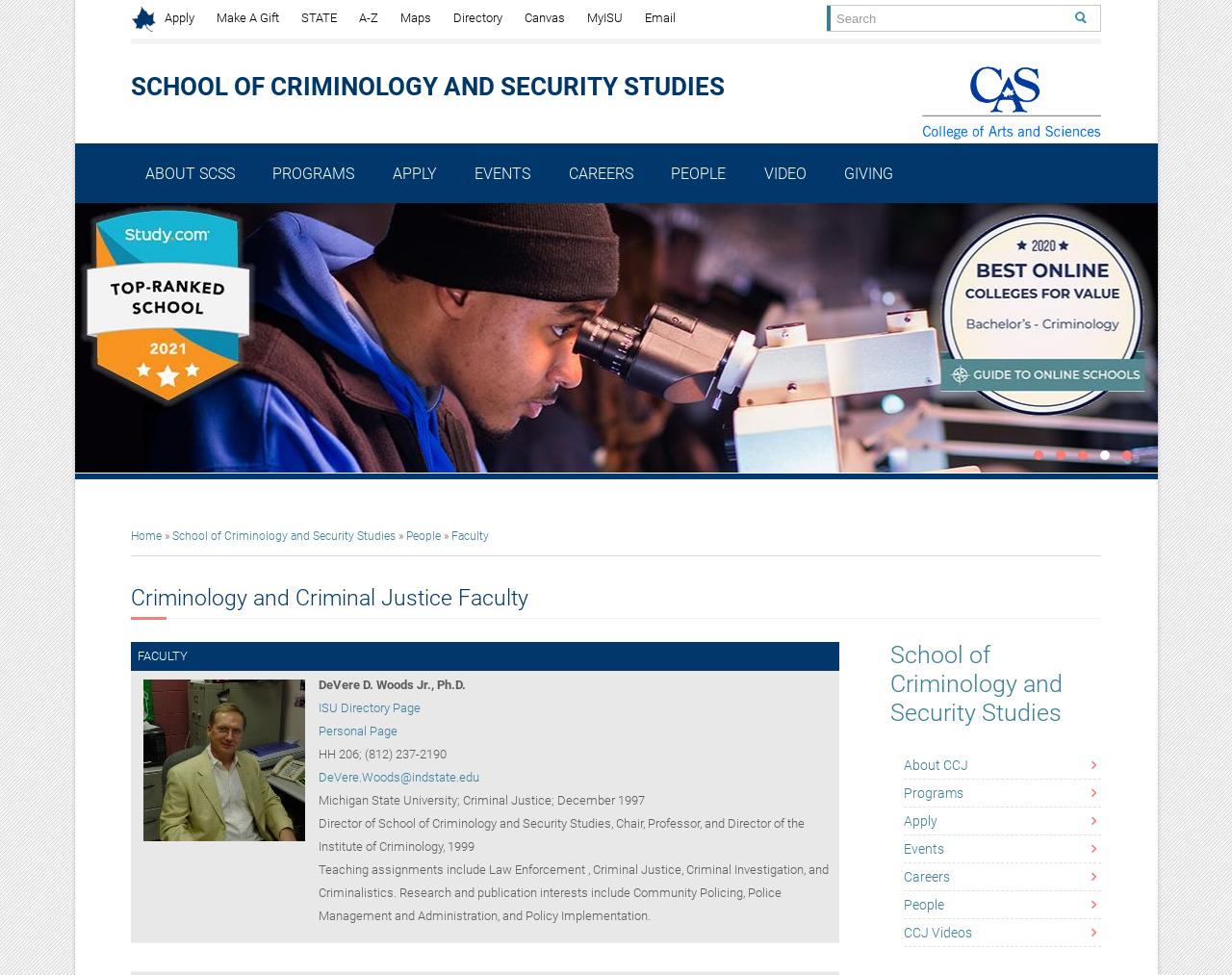 The height and width of the screenshot is (975, 1232). Describe the element at coordinates (937, 932) in the screenshot. I see `'CCJ Videos'` at that location.